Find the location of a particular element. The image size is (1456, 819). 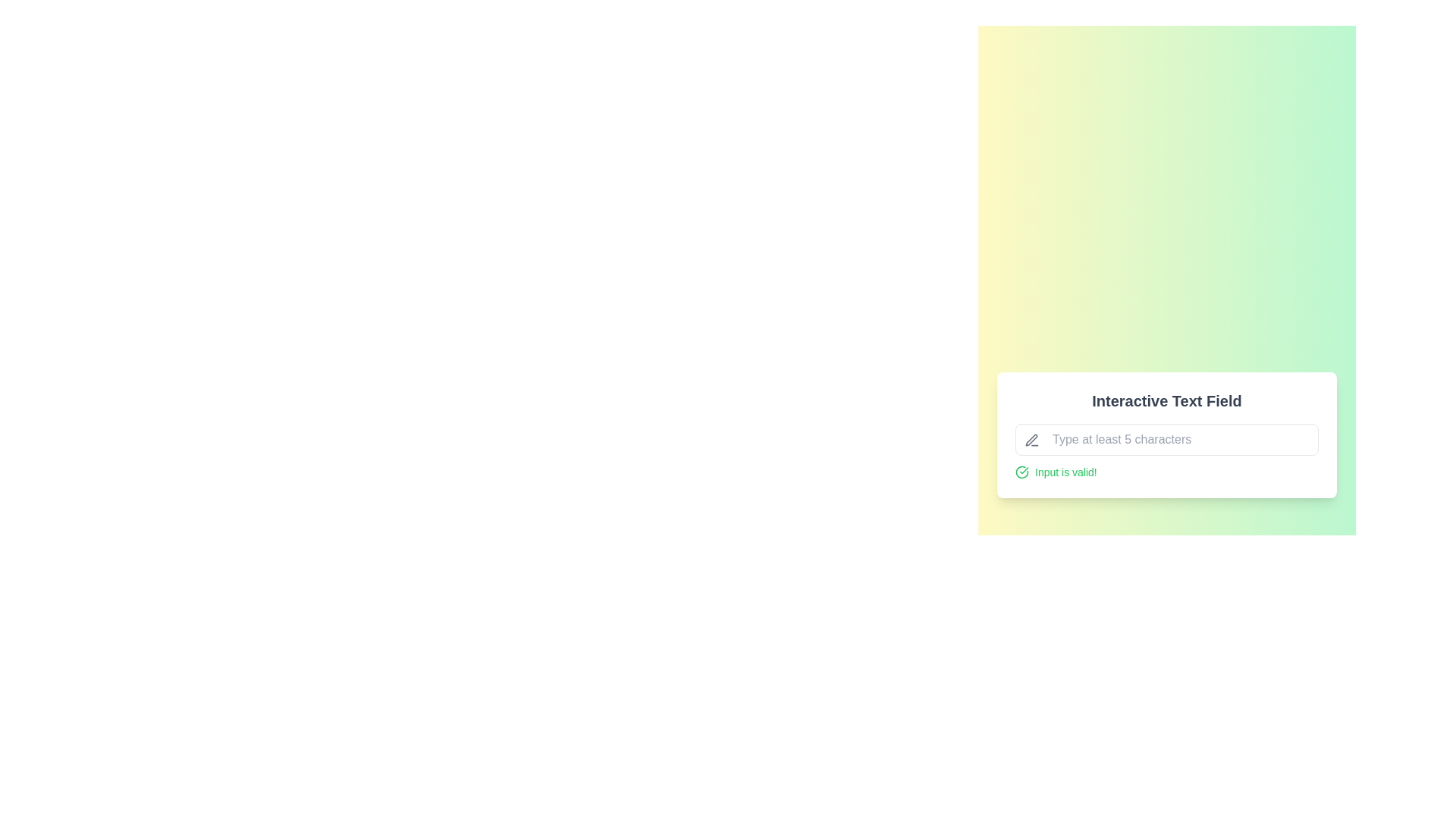

the Text Input Field located below the 'Interactive Text Field' heading, which allows users to input text and has a placeholder indicating a minimum required input length of 5 characters is located at coordinates (1166, 439).